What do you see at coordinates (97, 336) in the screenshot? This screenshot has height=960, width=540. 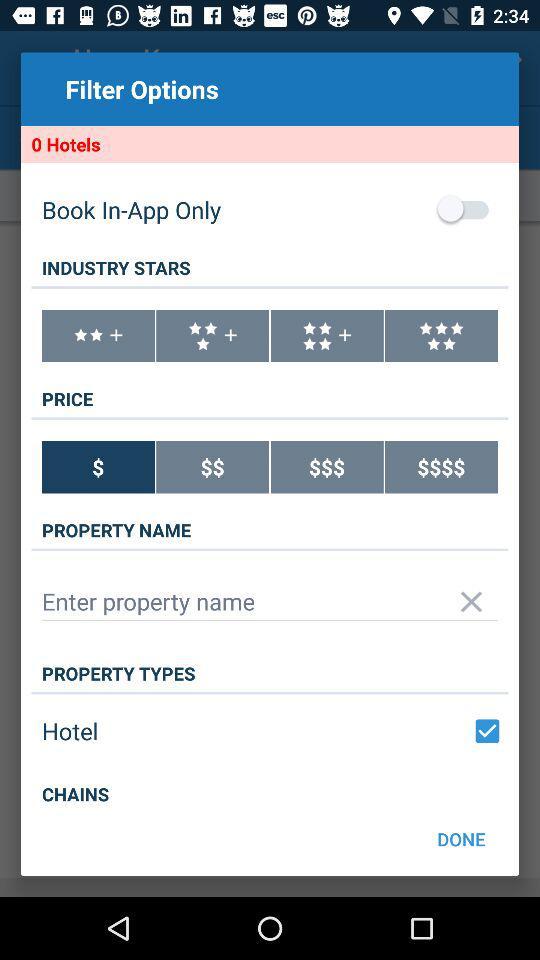 I see `two stars rating` at bounding box center [97, 336].